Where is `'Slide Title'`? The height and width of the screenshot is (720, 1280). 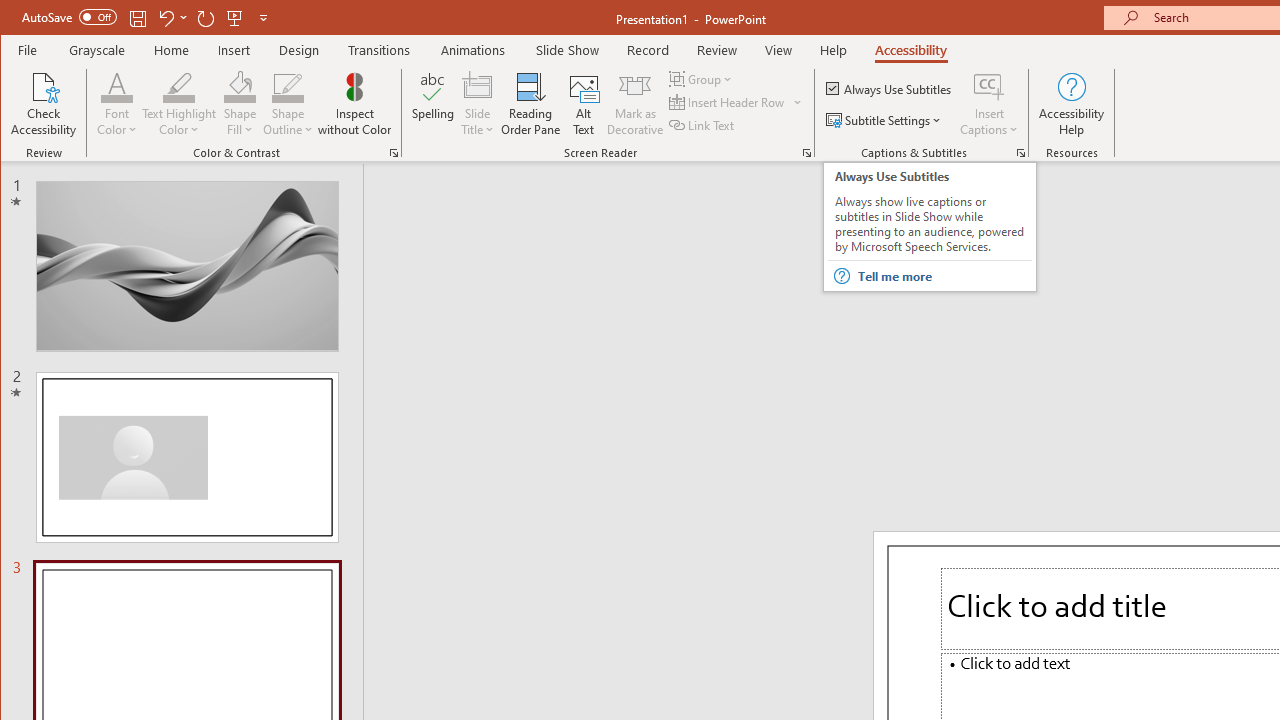 'Slide Title' is located at coordinates (477, 104).